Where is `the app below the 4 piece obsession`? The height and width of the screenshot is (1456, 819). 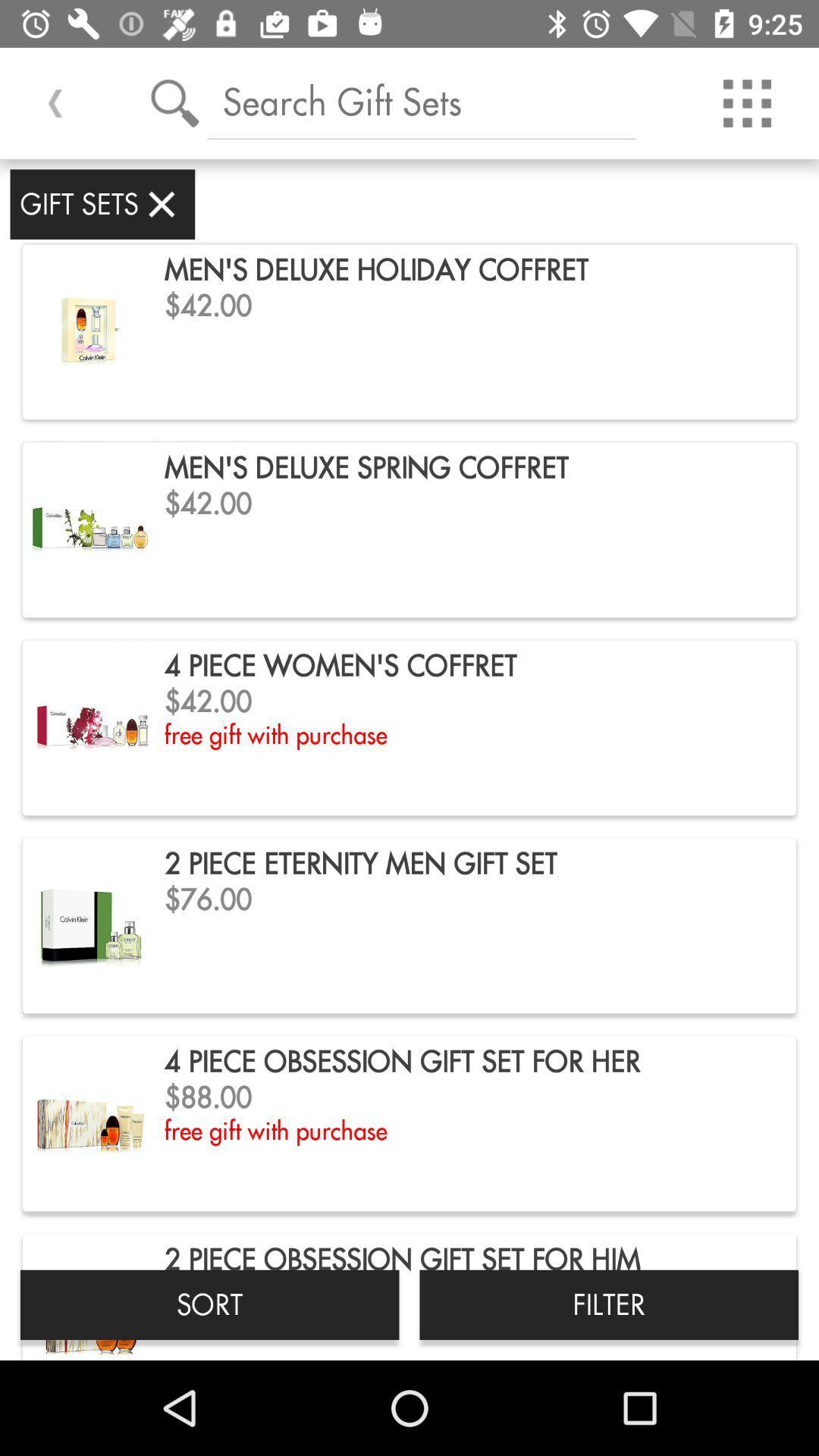
the app below the 4 piece obsession is located at coordinates (608, 1304).